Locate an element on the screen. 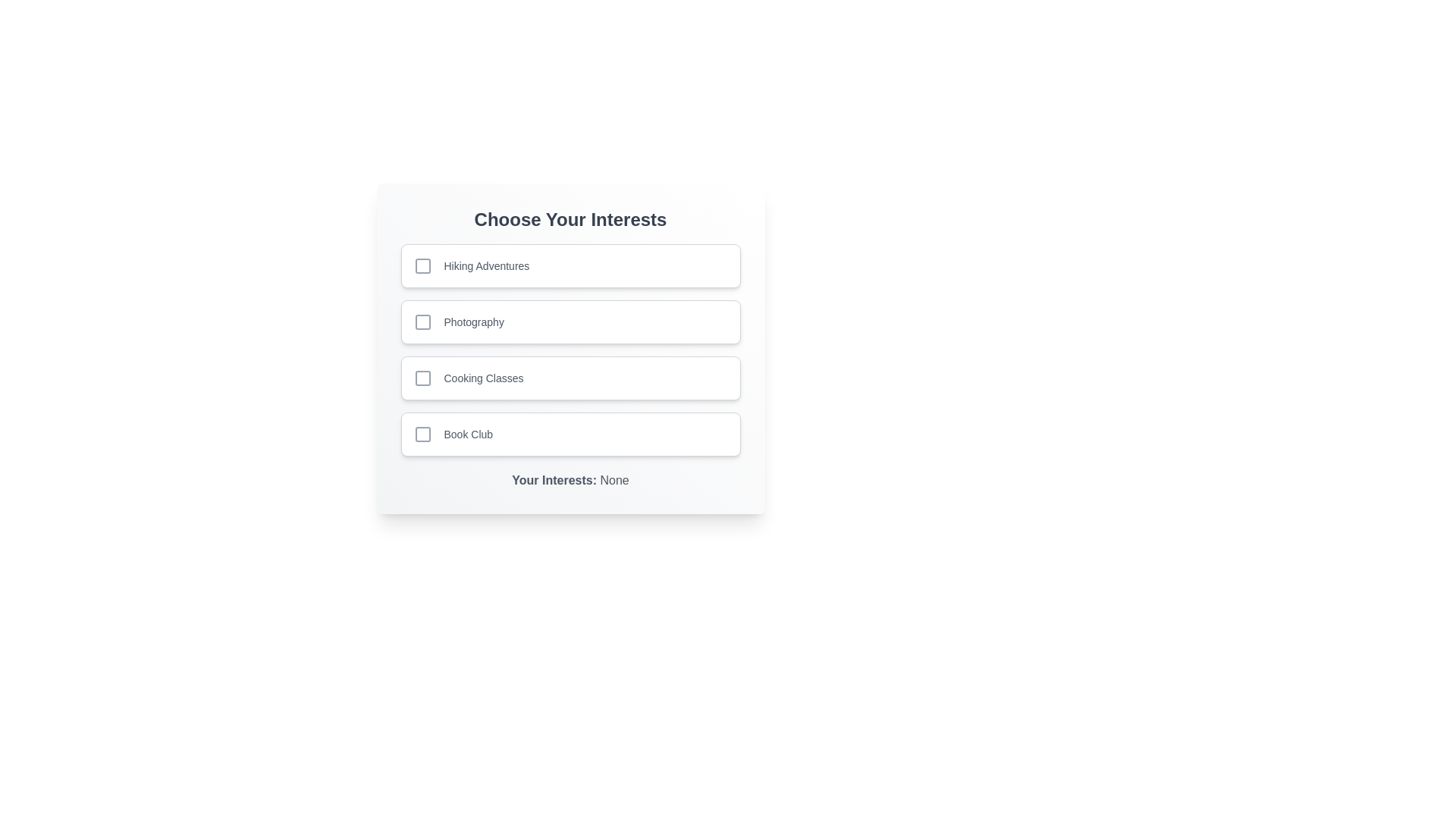 The image size is (1456, 819). the checkbox is located at coordinates (422, 265).